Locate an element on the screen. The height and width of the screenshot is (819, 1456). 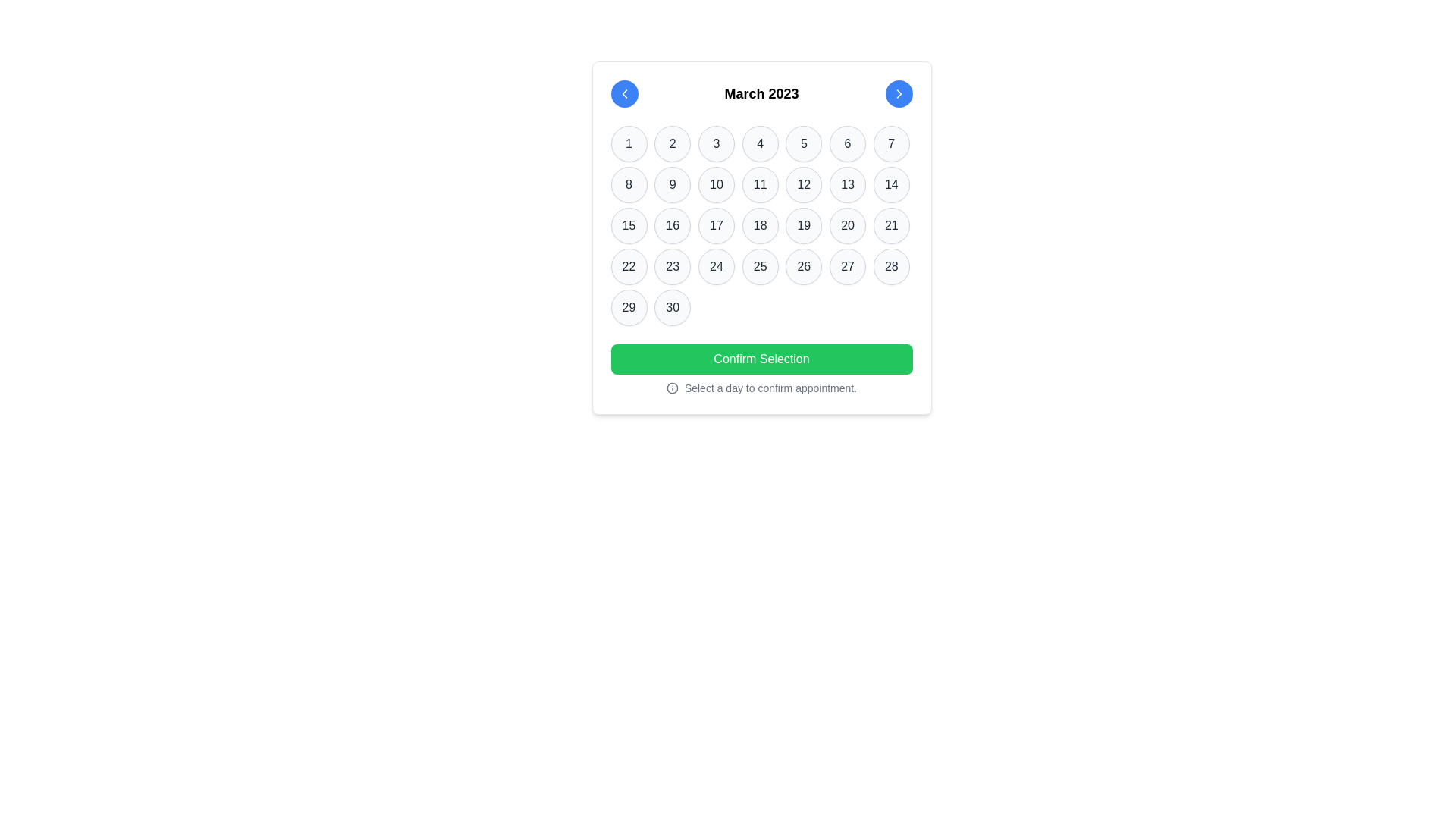
the circular button with a white background and the number '4' centered in dark gray is located at coordinates (760, 143).